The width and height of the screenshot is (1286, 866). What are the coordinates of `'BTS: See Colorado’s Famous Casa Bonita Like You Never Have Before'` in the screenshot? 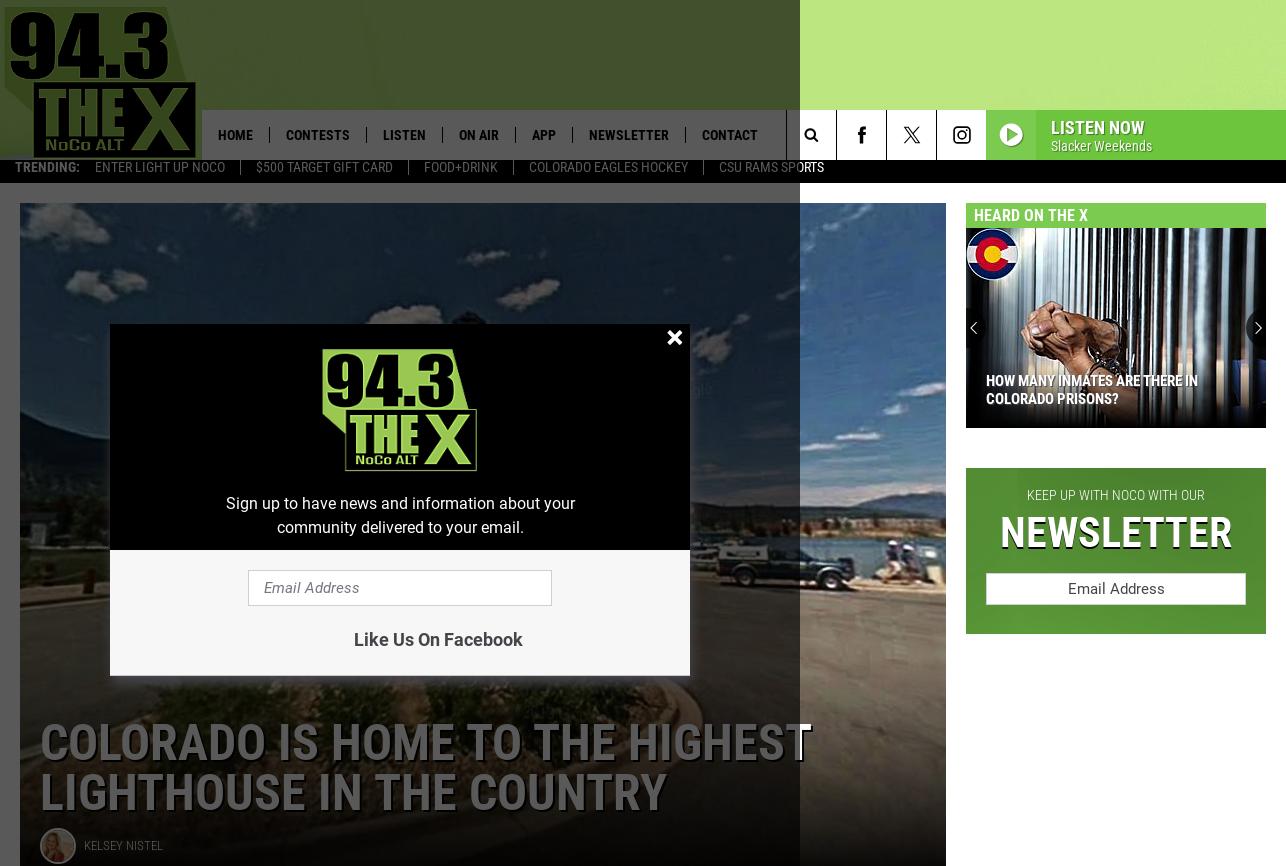 It's located at (1100, 397).